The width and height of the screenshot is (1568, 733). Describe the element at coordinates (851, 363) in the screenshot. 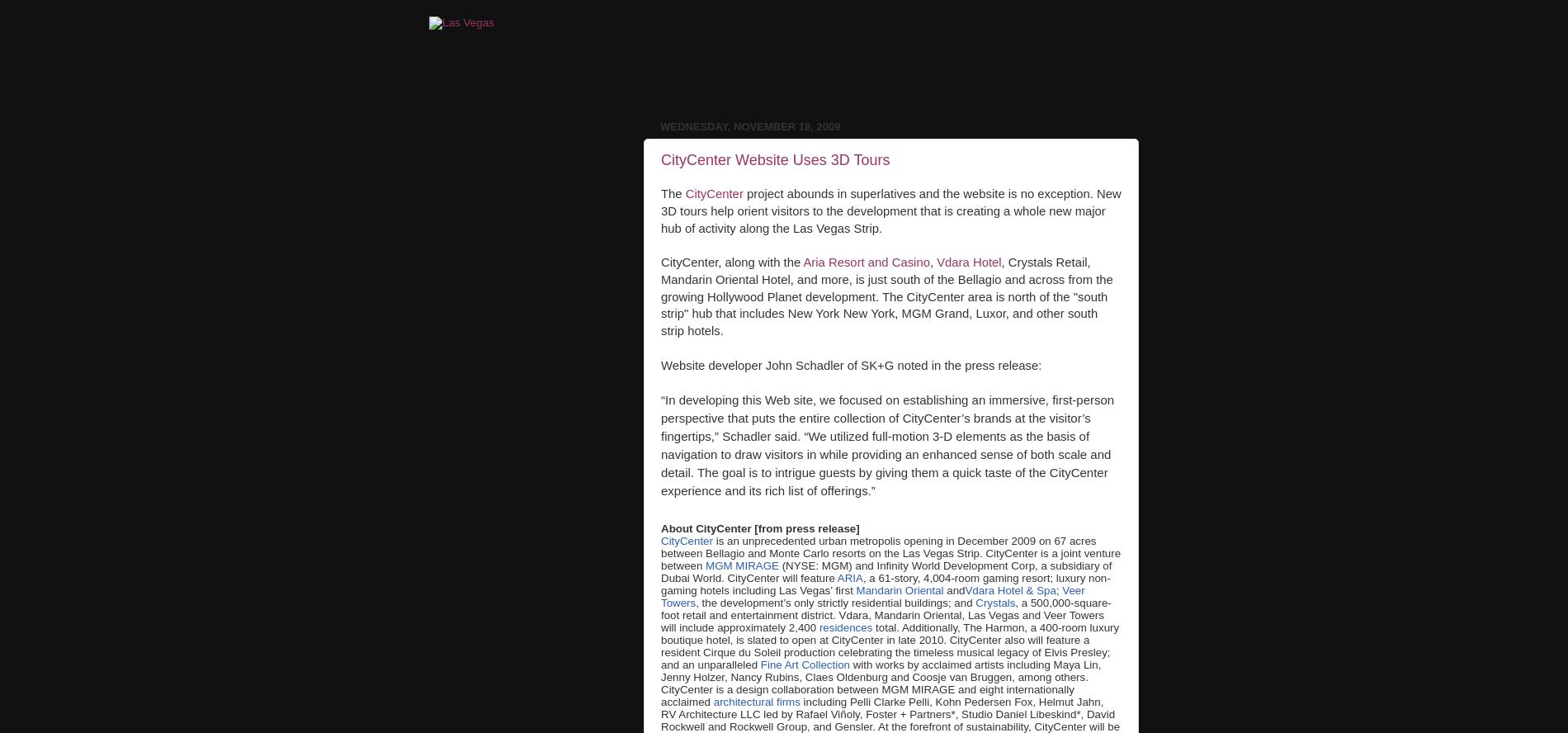

I see `'Website developer John Schadler of SK+G noted in the press release:'` at that location.